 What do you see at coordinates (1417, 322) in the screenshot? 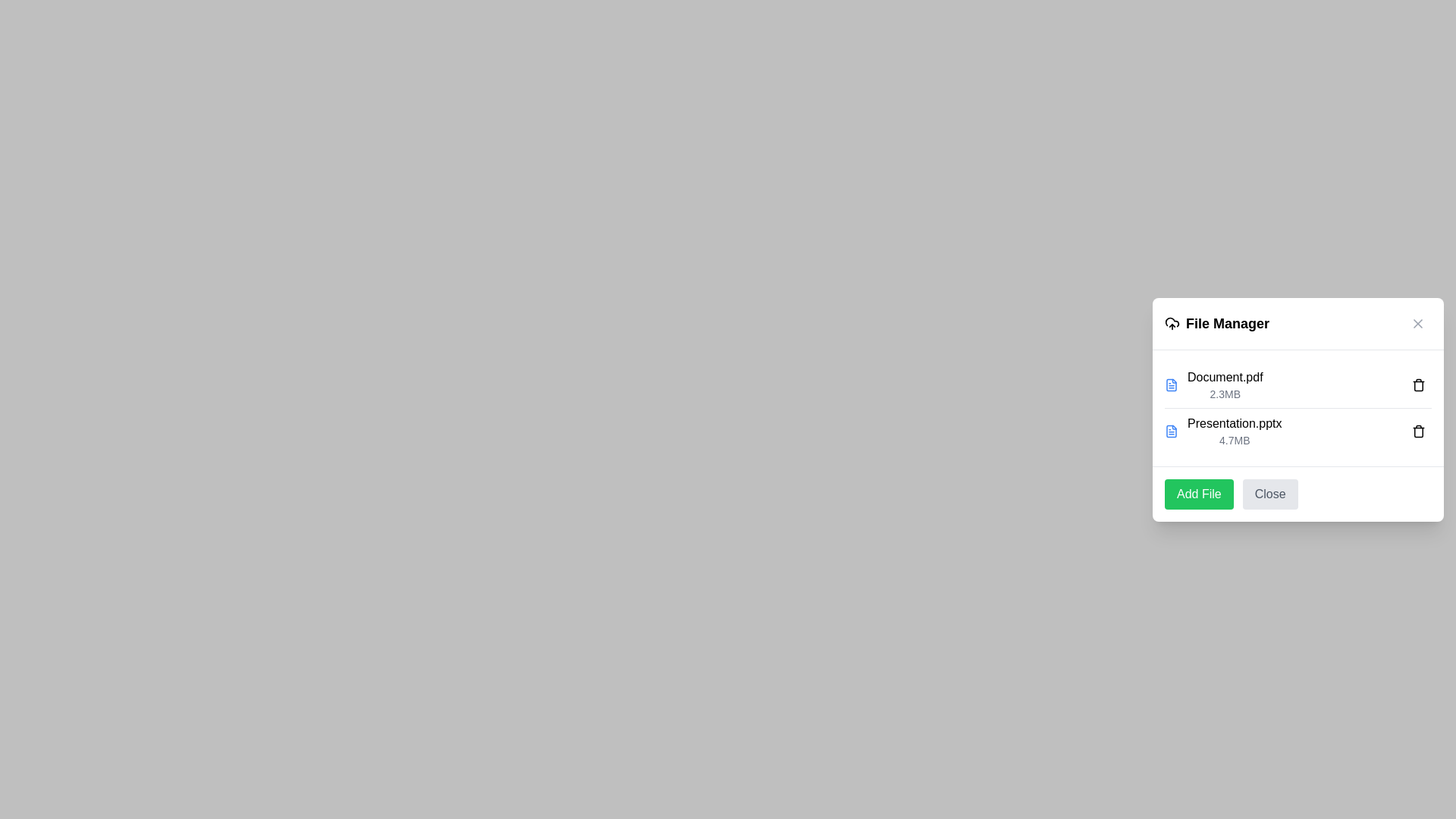
I see `the 'Close' icon button located at the top-right corner of the 'File Manager' modal dialog` at bounding box center [1417, 322].